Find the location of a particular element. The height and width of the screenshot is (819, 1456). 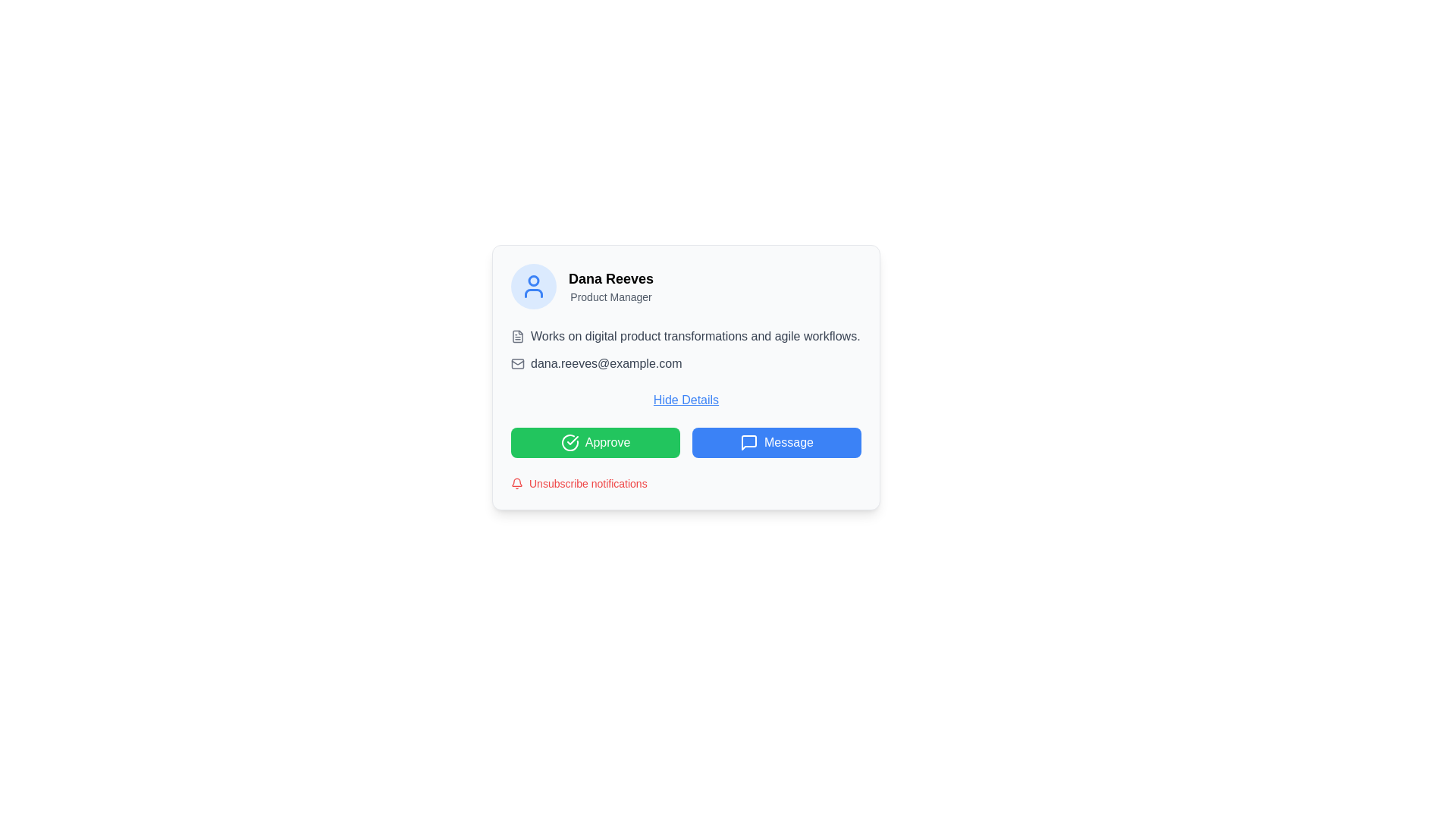

the small gray document icon located to the left of the text 'Works on digital product transformations' in the layout is located at coordinates (517, 335).